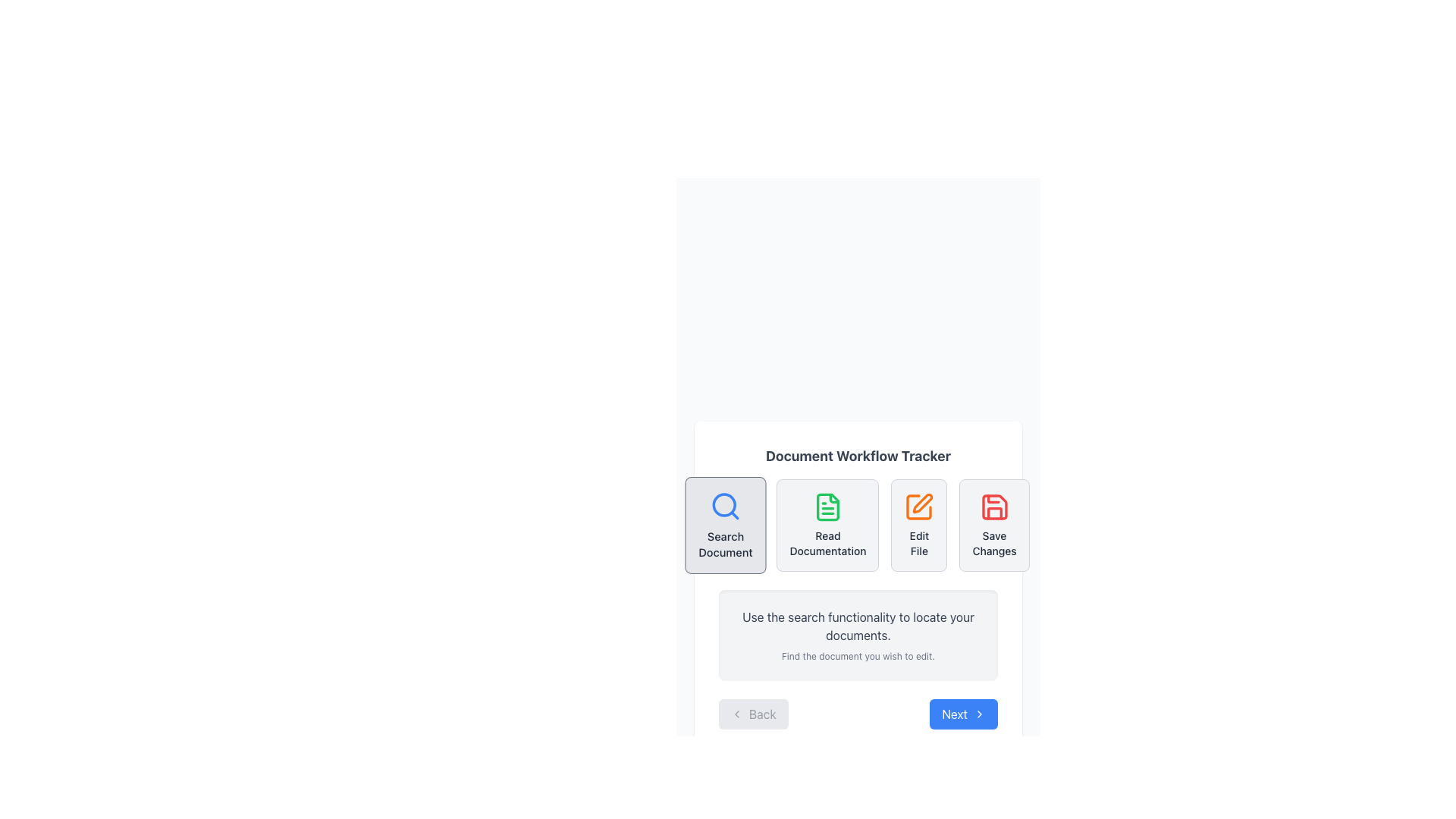 The image size is (1456, 819). Describe the element at coordinates (858, 635) in the screenshot. I see `instructions in the informational text block located below the row of icons for 'Search Document', 'Read Documentation', 'Edit File', and 'Save Changes', and above the navigation buttons 'Back' and 'Next'` at that location.